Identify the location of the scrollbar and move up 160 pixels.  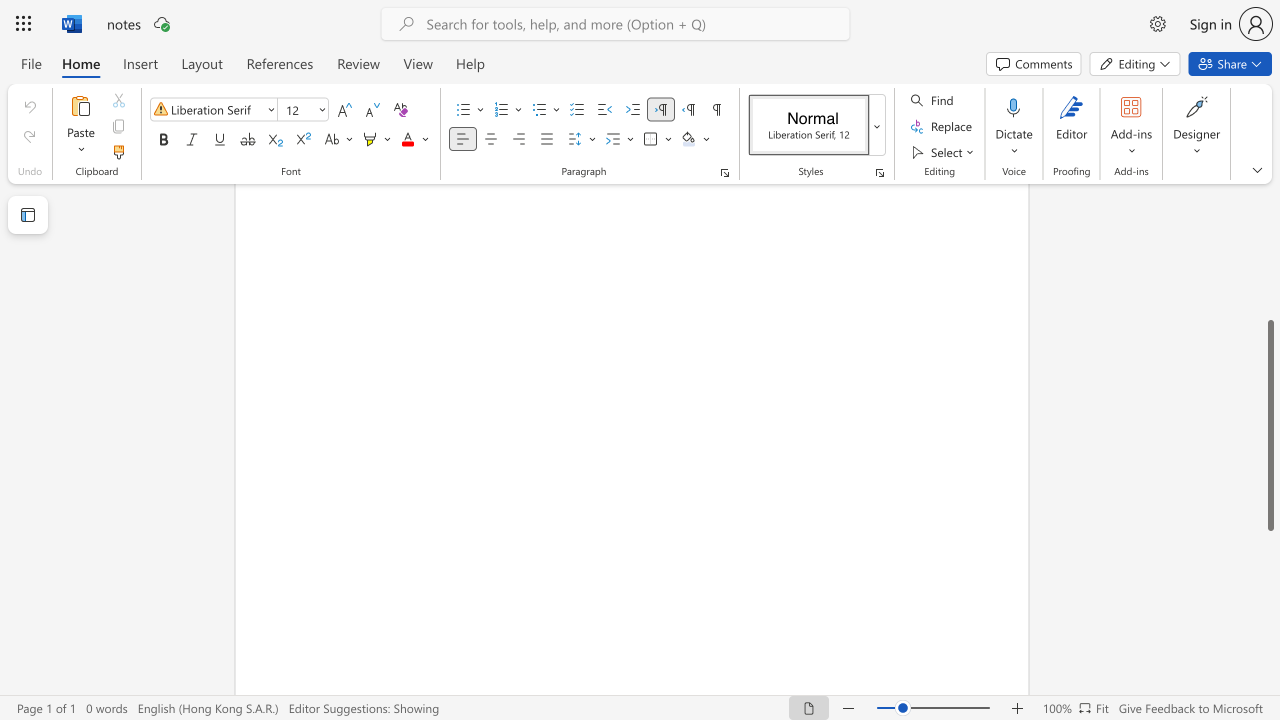
(1269, 424).